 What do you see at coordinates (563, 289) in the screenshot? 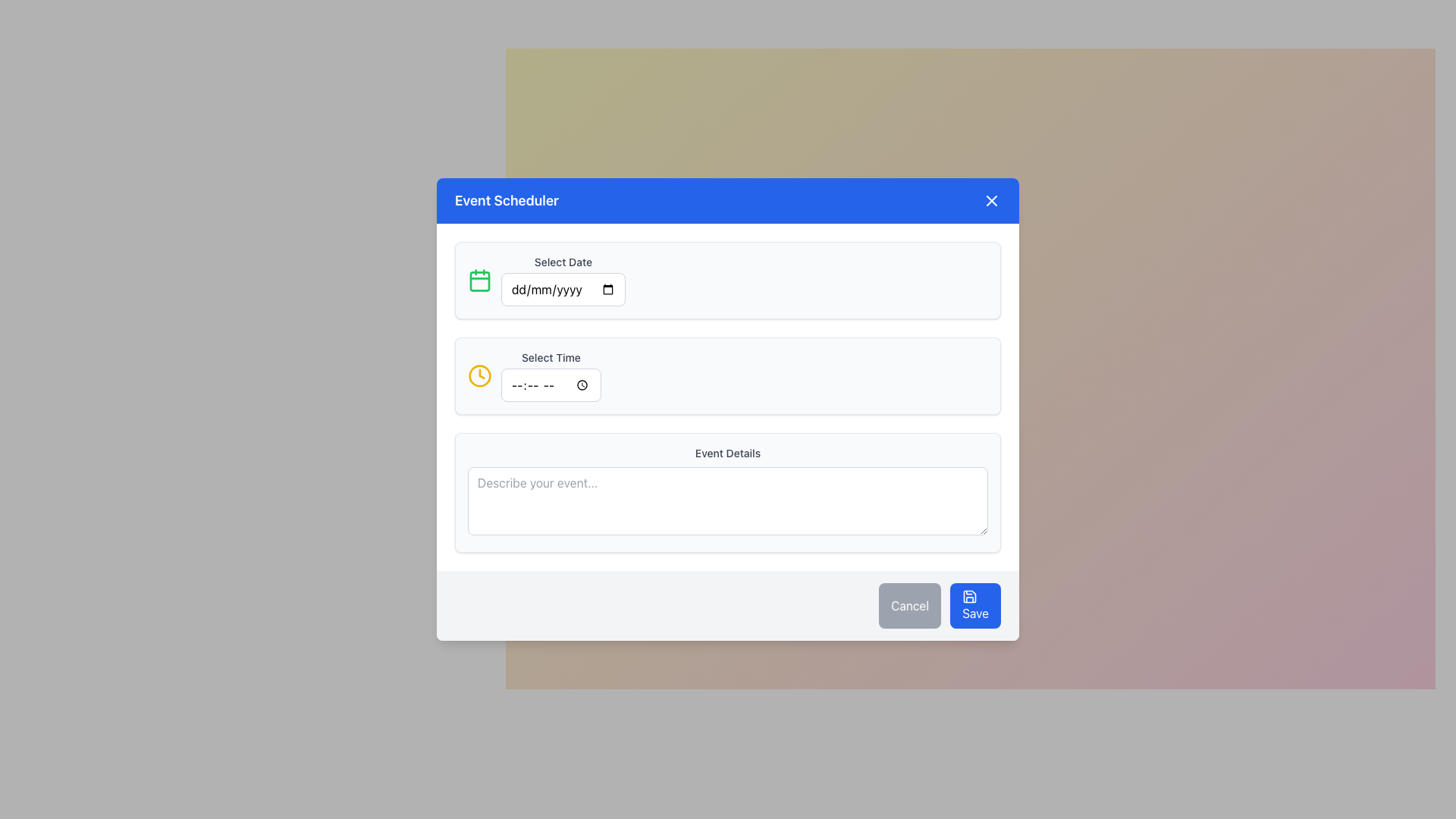
I see `the Date input field located` at bounding box center [563, 289].